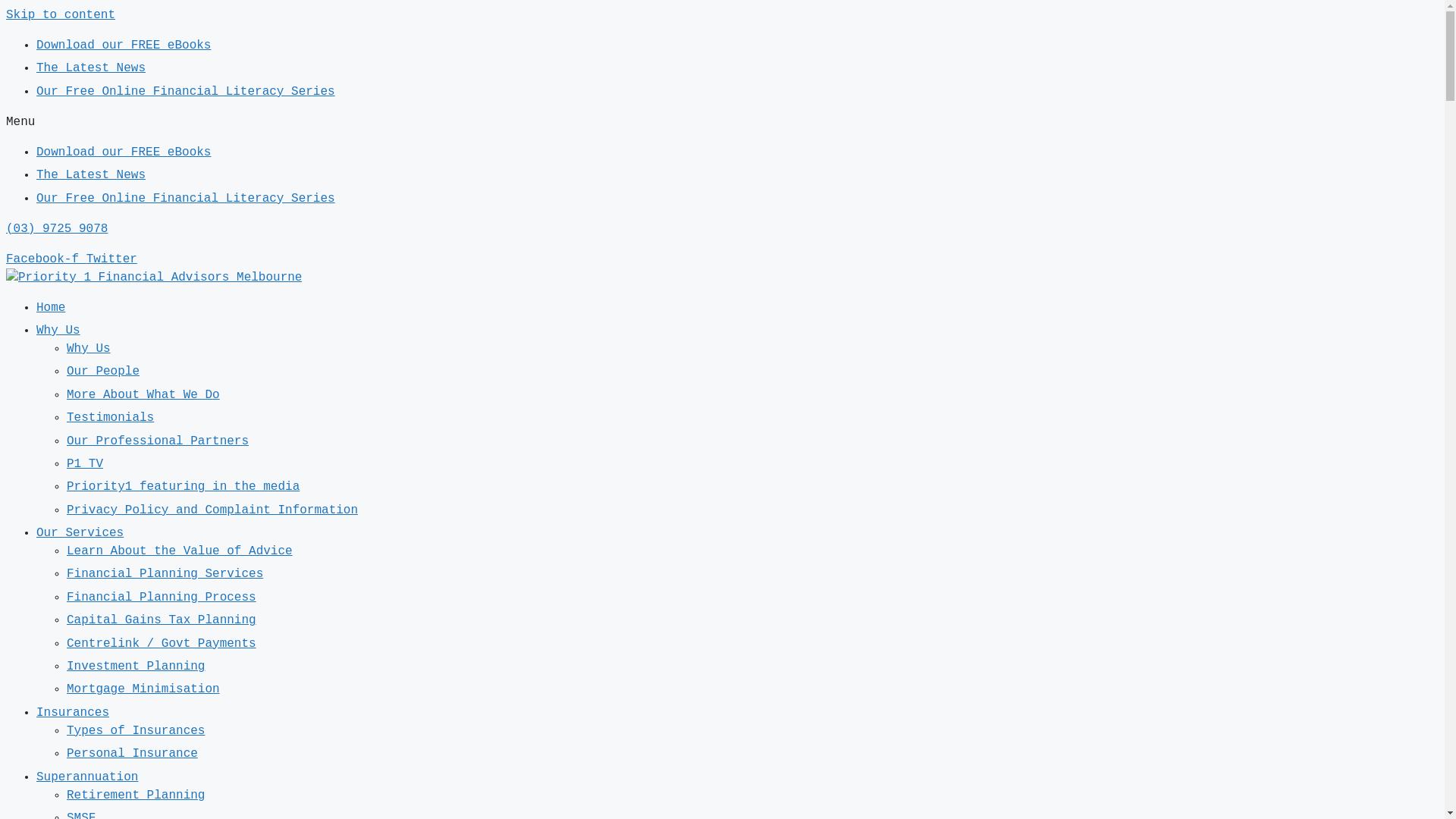 Image resolution: width=1456 pixels, height=819 pixels. I want to click on 'Skip to content', so click(61, 14).